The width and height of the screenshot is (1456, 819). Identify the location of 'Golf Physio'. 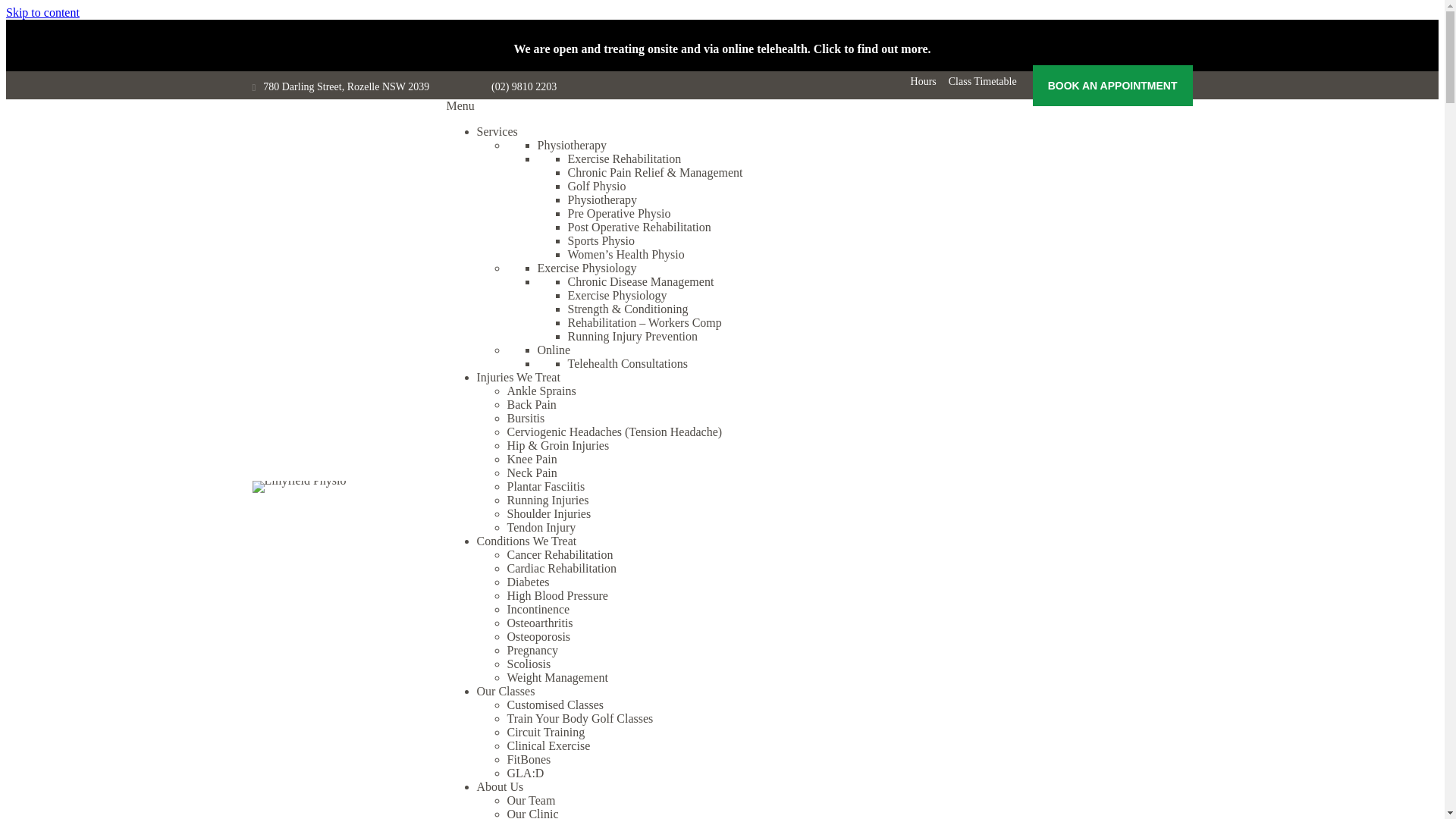
(566, 185).